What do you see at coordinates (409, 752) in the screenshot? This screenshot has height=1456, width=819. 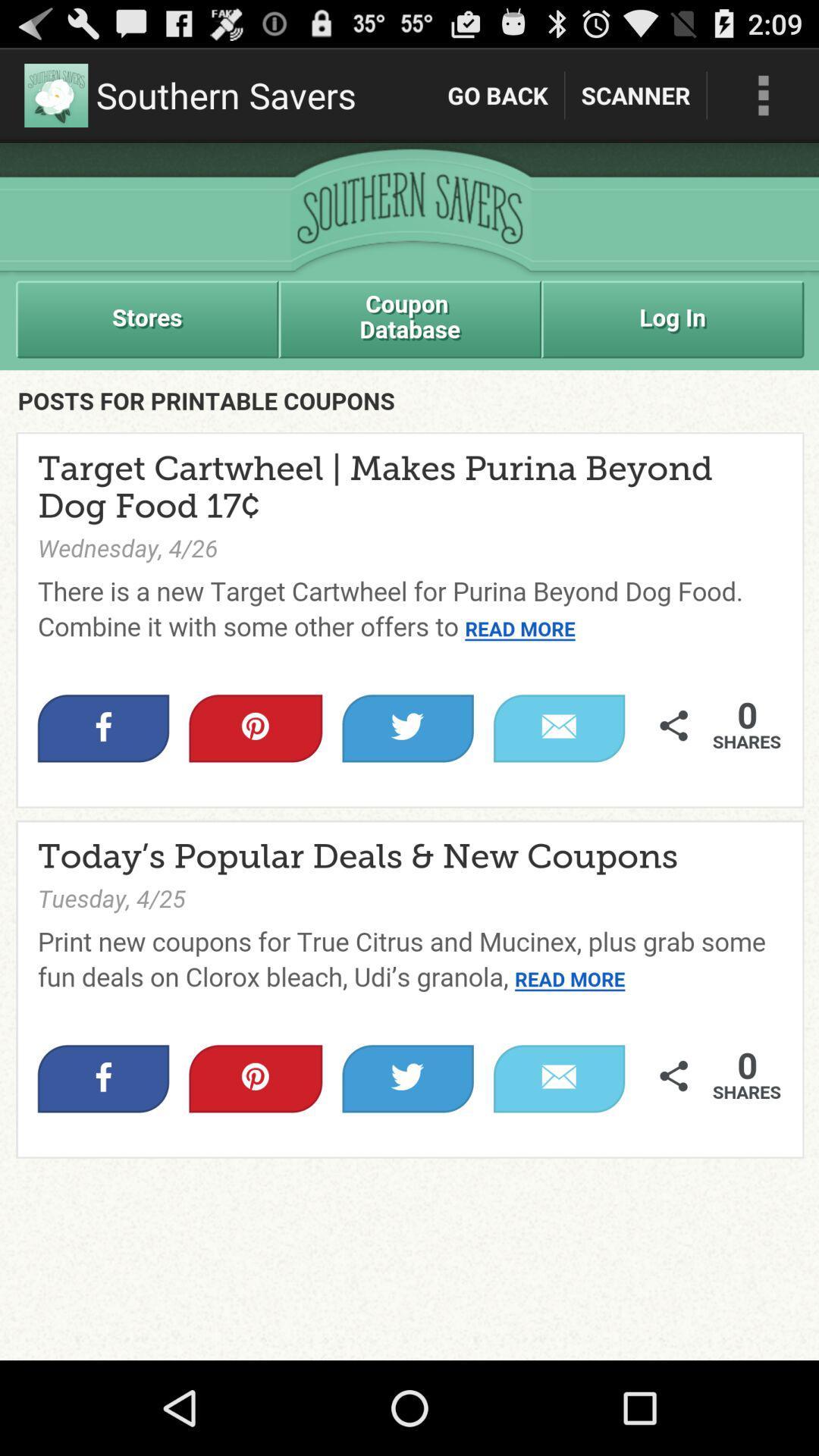 I see `savings post link` at bounding box center [409, 752].